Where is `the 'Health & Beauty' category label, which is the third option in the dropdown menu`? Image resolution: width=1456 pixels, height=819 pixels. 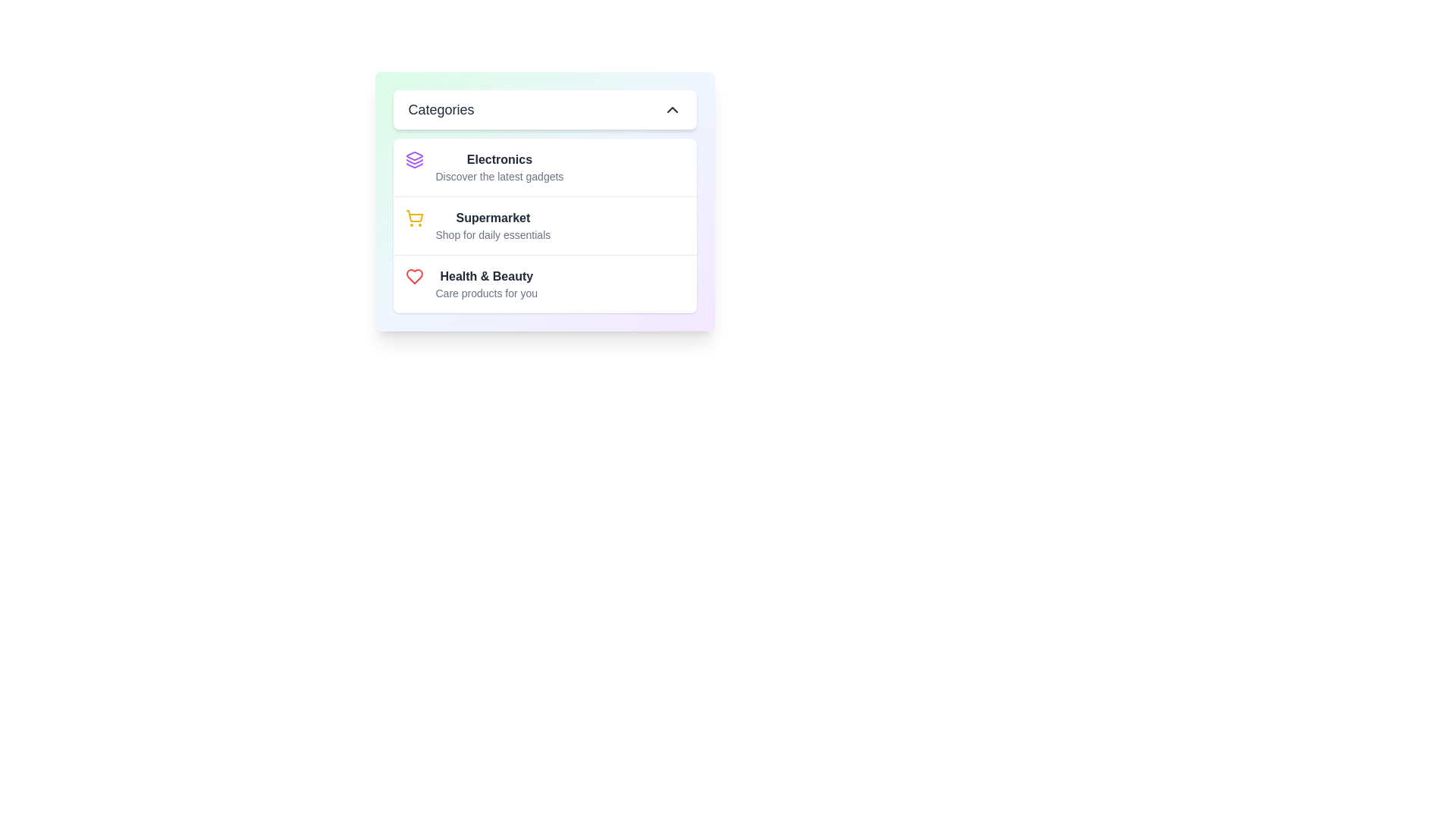 the 'Health & Beauty' category label, which is the third option in the dropdown menu is located at coordinates (486, 284).